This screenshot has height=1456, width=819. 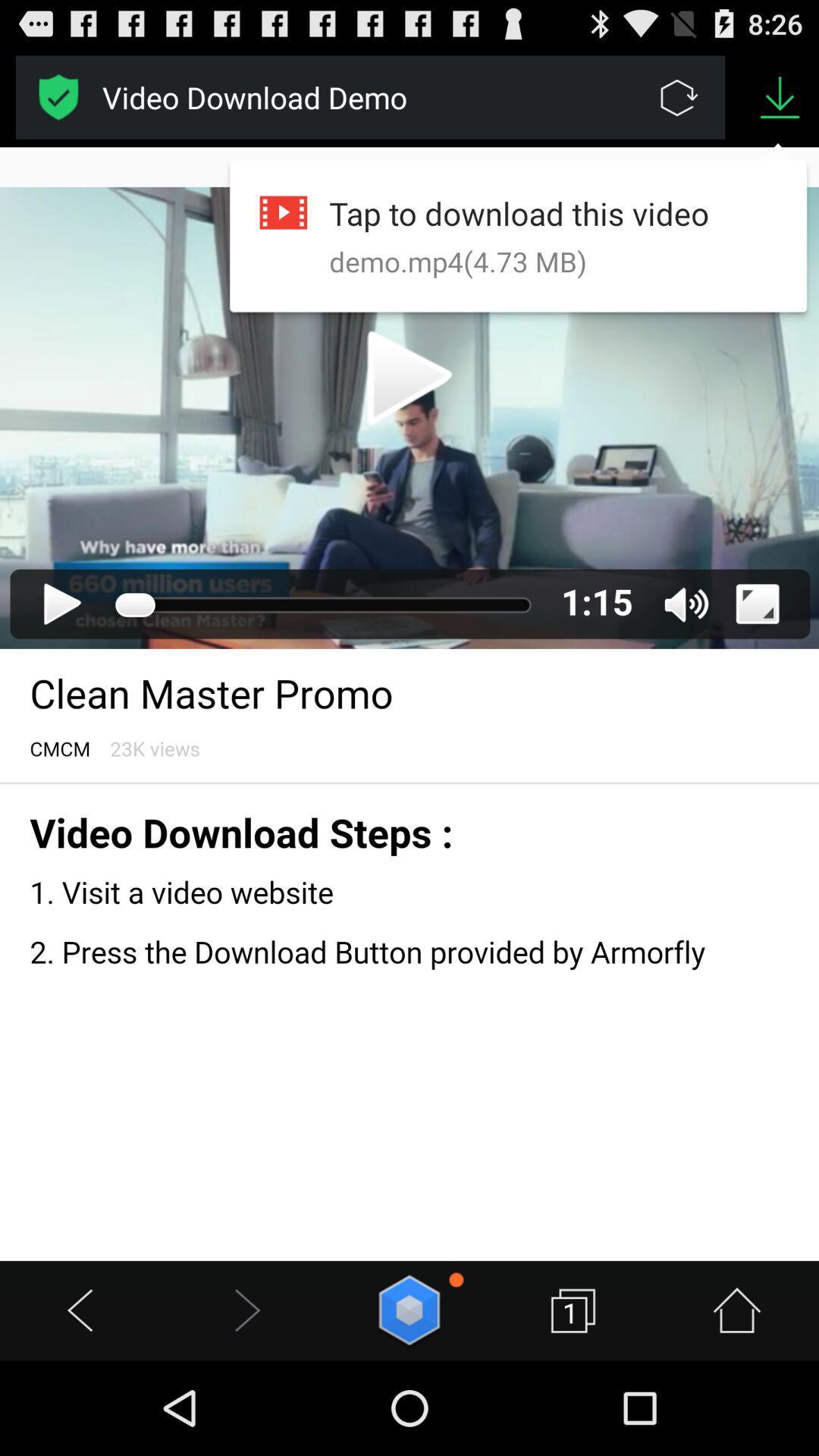 What do you see at coordinates (58, 103) in the screenshot?
I see `the check icon` at bounding box center [58, 103].